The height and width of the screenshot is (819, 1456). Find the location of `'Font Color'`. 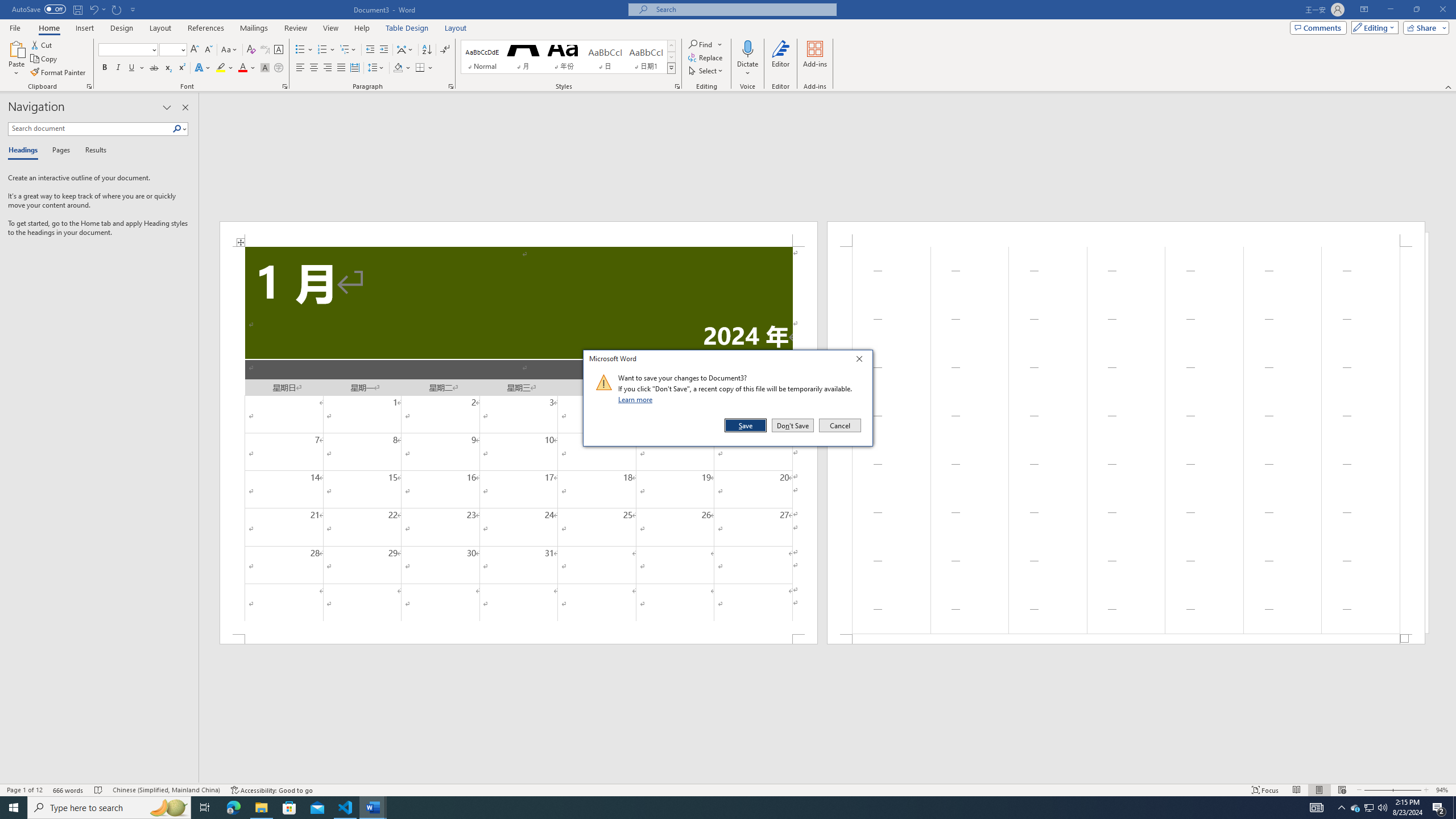

'Font Color' is located at coordinates (246, 67).